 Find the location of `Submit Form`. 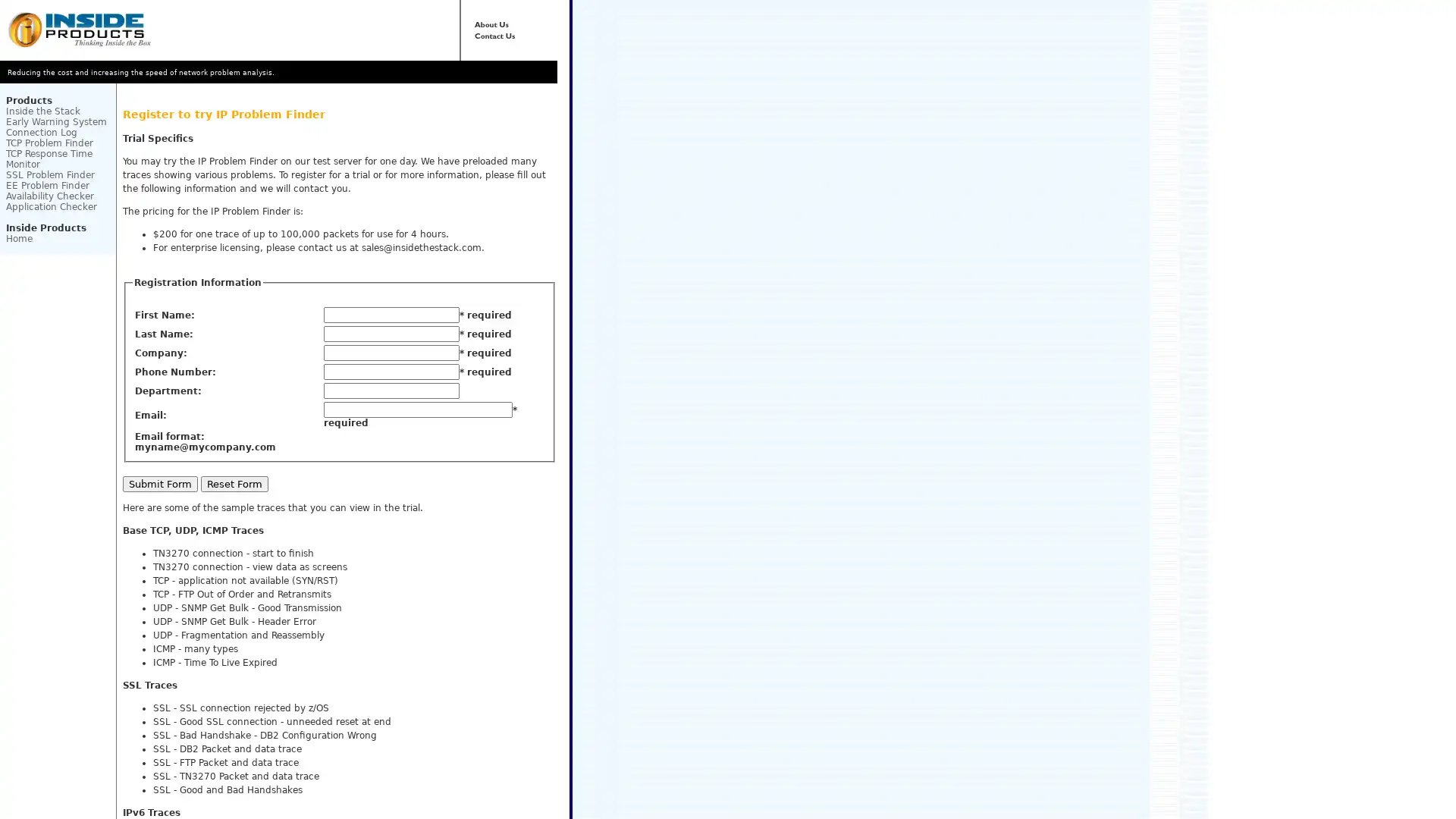

Submit Form is located at coordinates (160, 483).